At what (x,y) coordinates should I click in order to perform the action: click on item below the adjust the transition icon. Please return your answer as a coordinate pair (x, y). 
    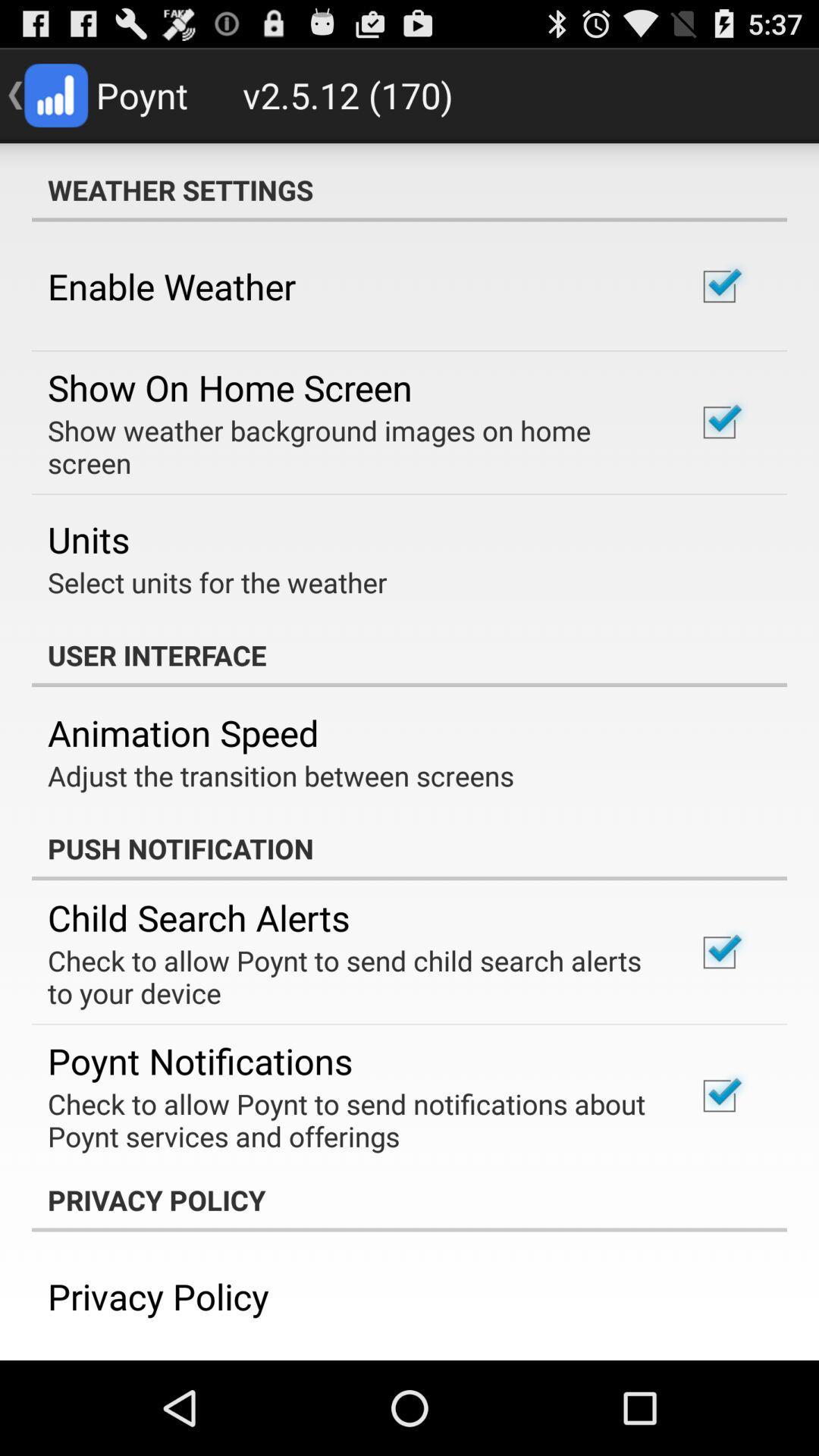
    Looking at the image, I should click on (409, 847).